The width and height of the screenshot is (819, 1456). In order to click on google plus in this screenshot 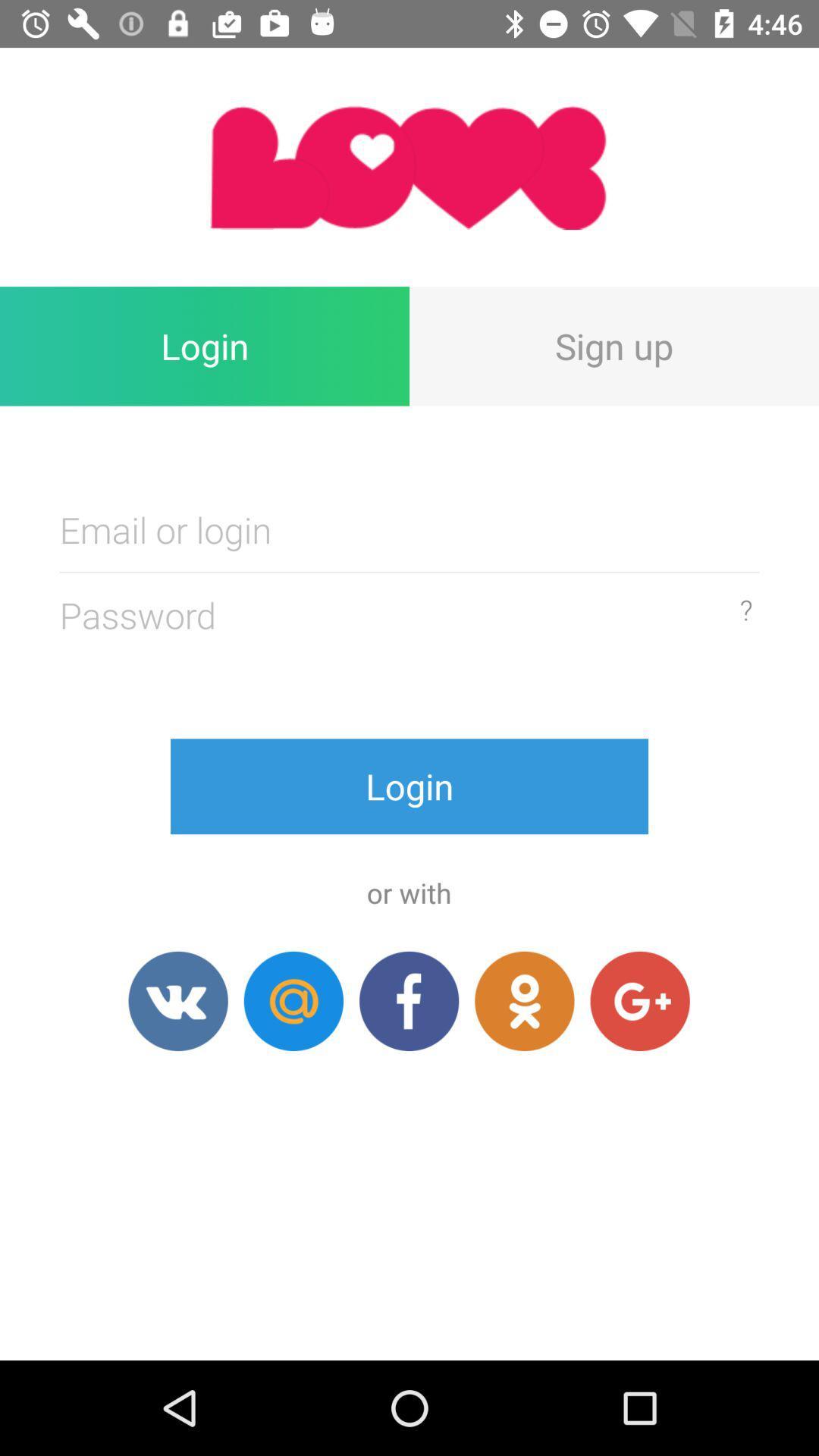, I will do `click(640, 1001)`.